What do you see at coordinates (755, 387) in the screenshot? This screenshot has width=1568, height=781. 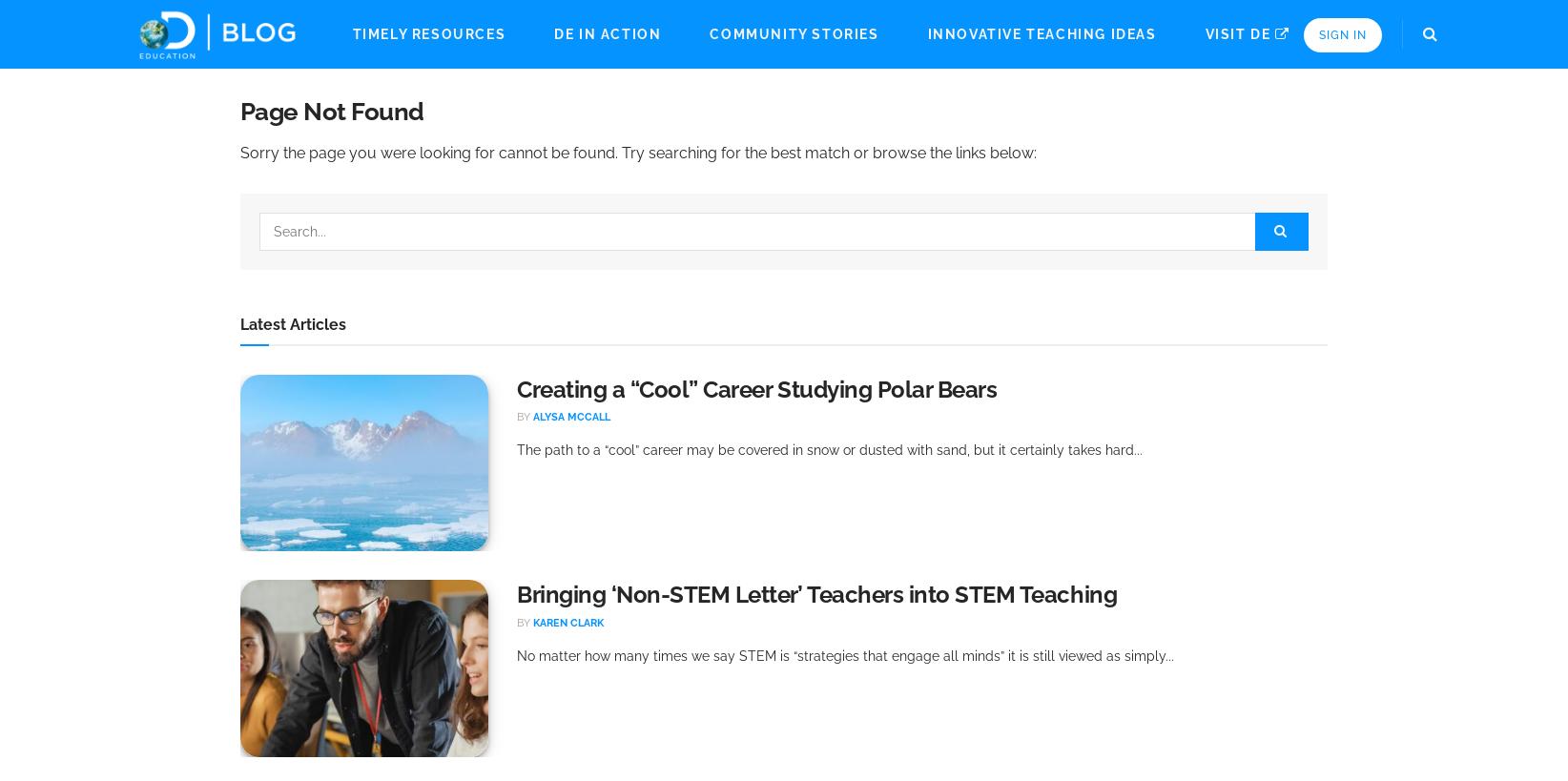 I see `'Creating a “Cool” Career Studying Polar Bears'` at bounding box center [755, 387].